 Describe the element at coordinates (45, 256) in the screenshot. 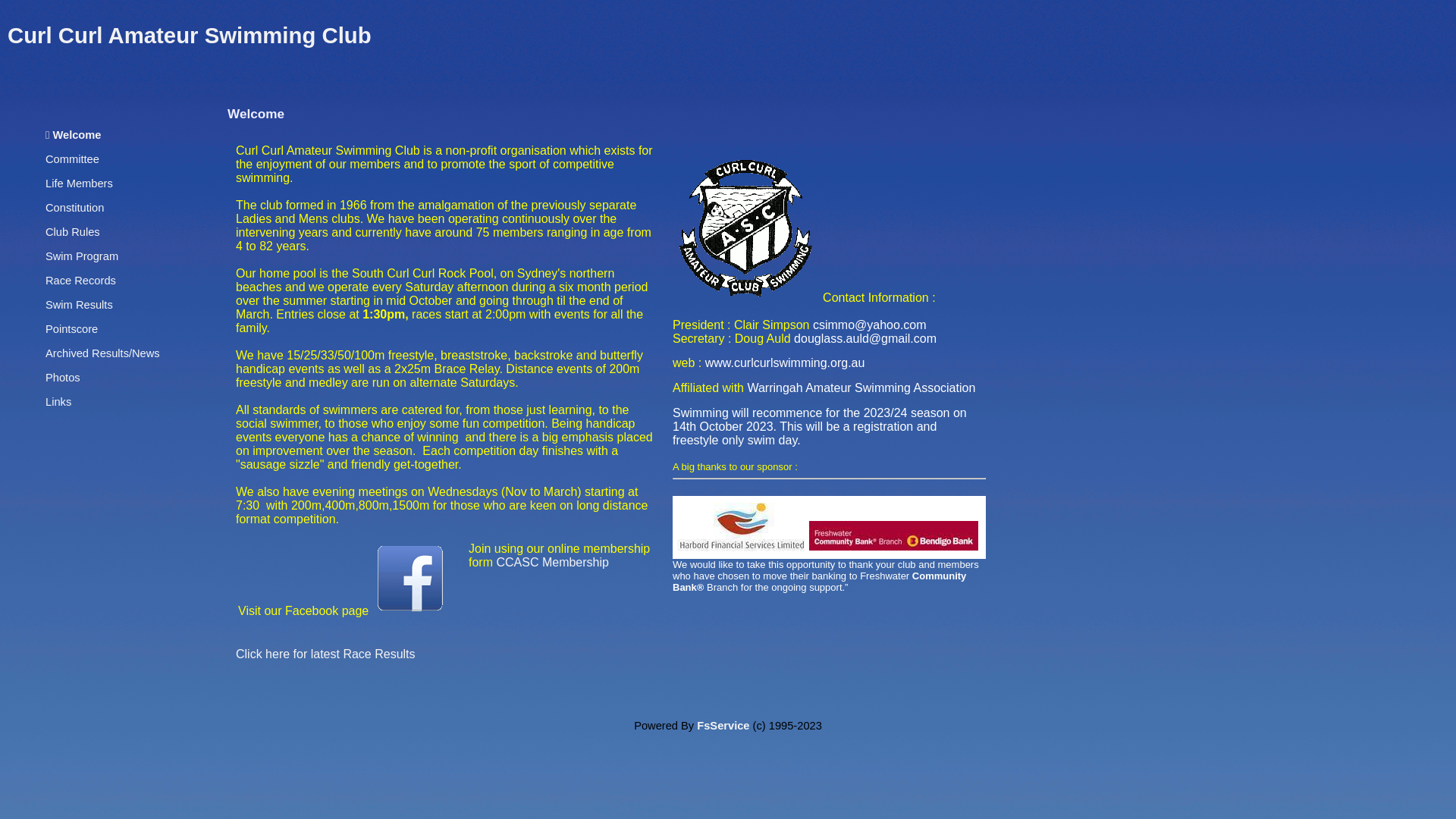

I see `'Swim Program'` at that location.